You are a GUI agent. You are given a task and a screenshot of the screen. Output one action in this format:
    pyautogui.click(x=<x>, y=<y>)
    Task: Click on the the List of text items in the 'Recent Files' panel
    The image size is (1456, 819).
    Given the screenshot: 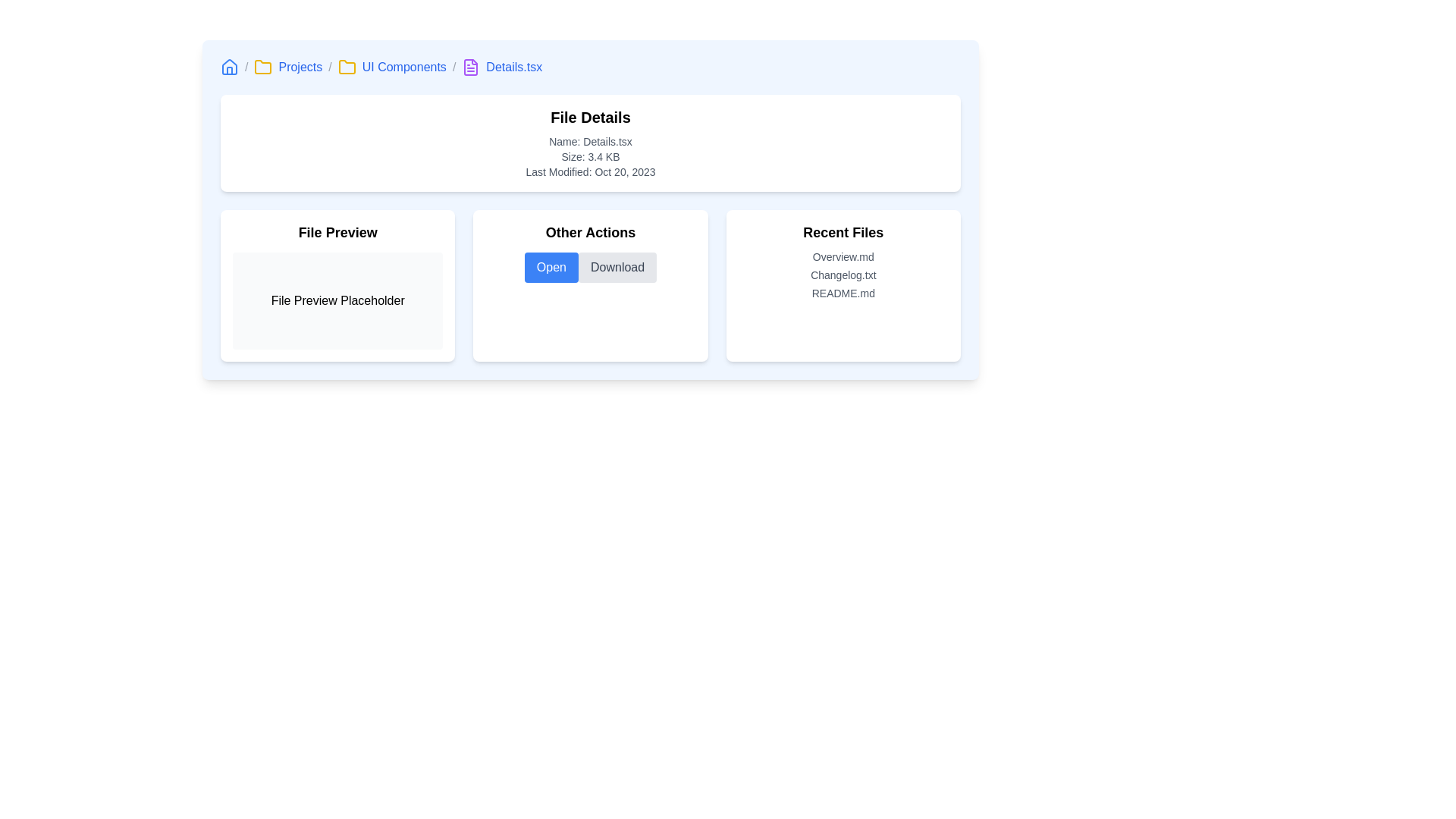 What is the action you would take?
    pyautogui.click(x=843, y=275)
    